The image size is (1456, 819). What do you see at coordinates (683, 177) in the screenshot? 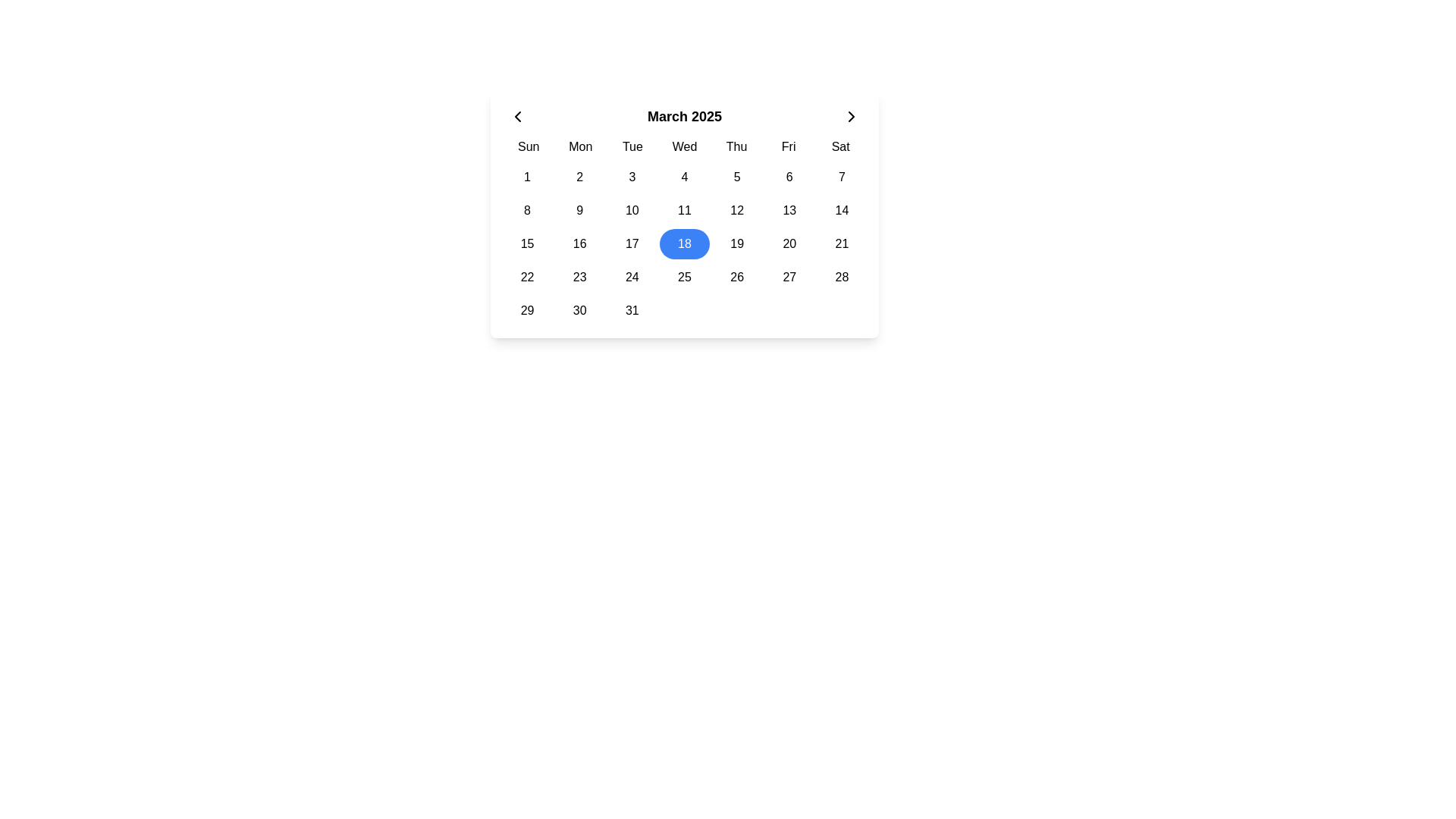
I see `the selectable date button for March 4th in the calendar interface` at bounding box center [683, 177].